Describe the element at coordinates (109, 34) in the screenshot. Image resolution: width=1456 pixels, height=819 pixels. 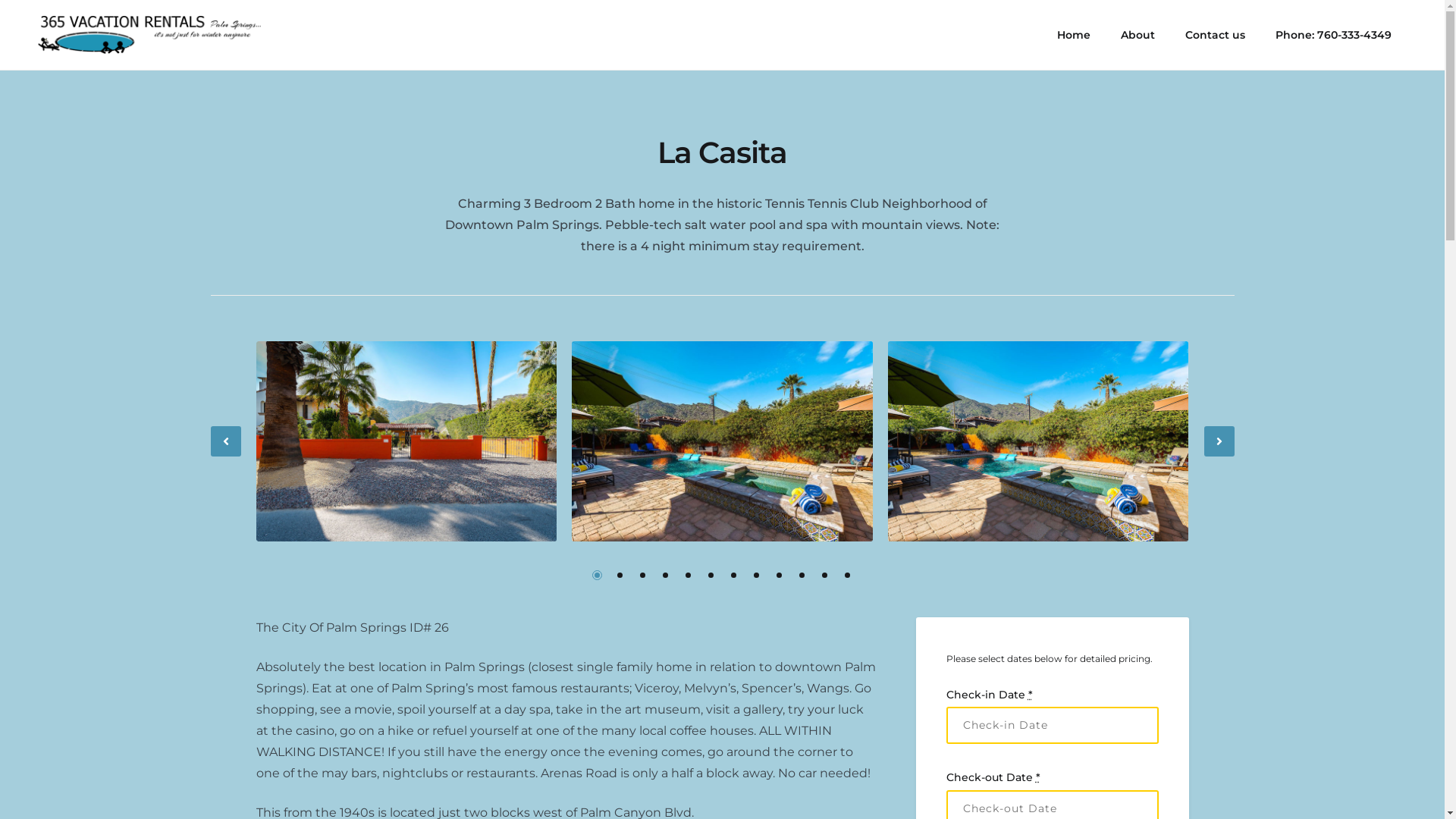
I see `'365 Vacation Rentals'` at that location.